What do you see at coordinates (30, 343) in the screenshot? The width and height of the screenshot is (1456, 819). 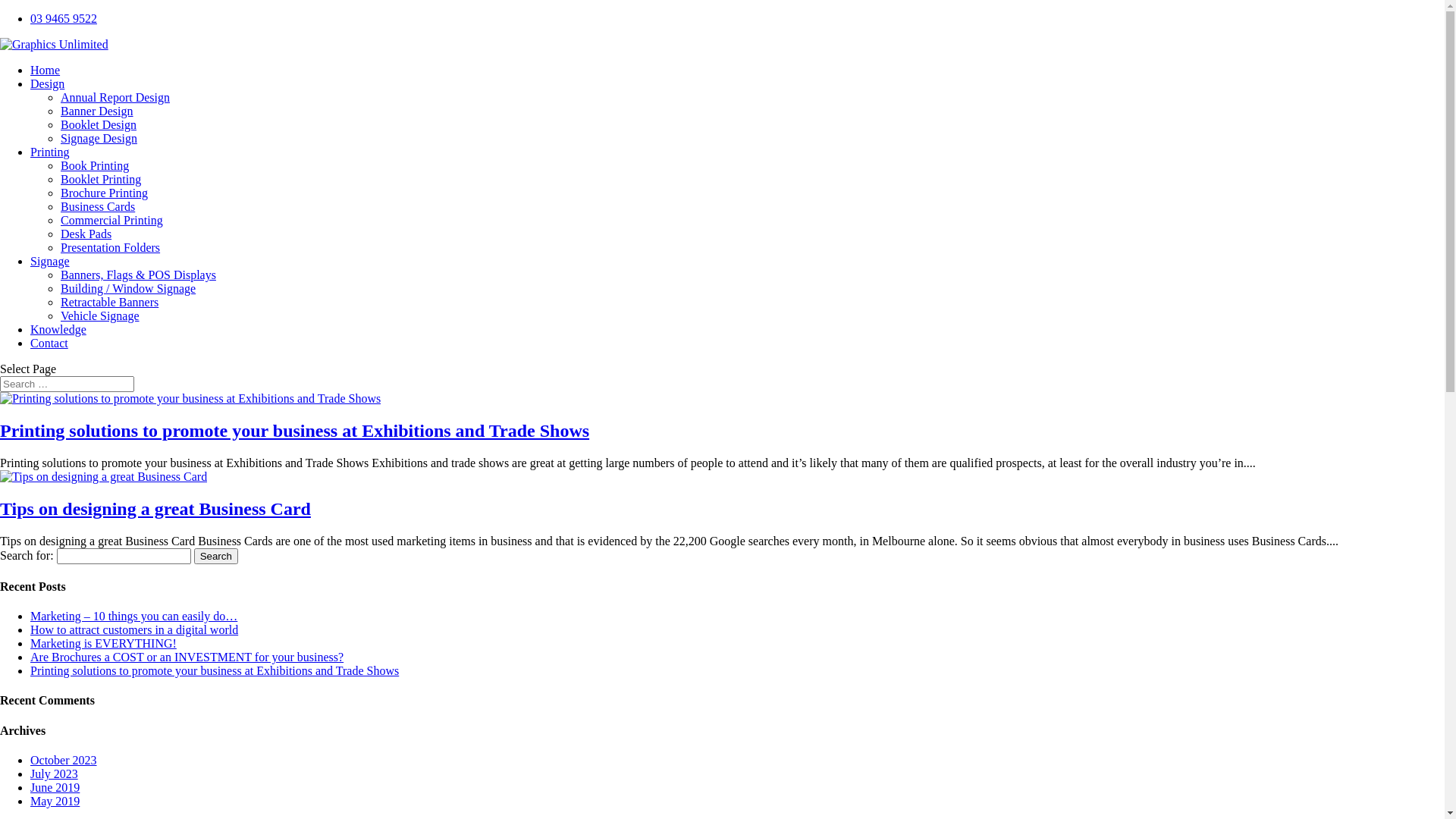 I see `'Contact'` at bounding box center [30, 343].